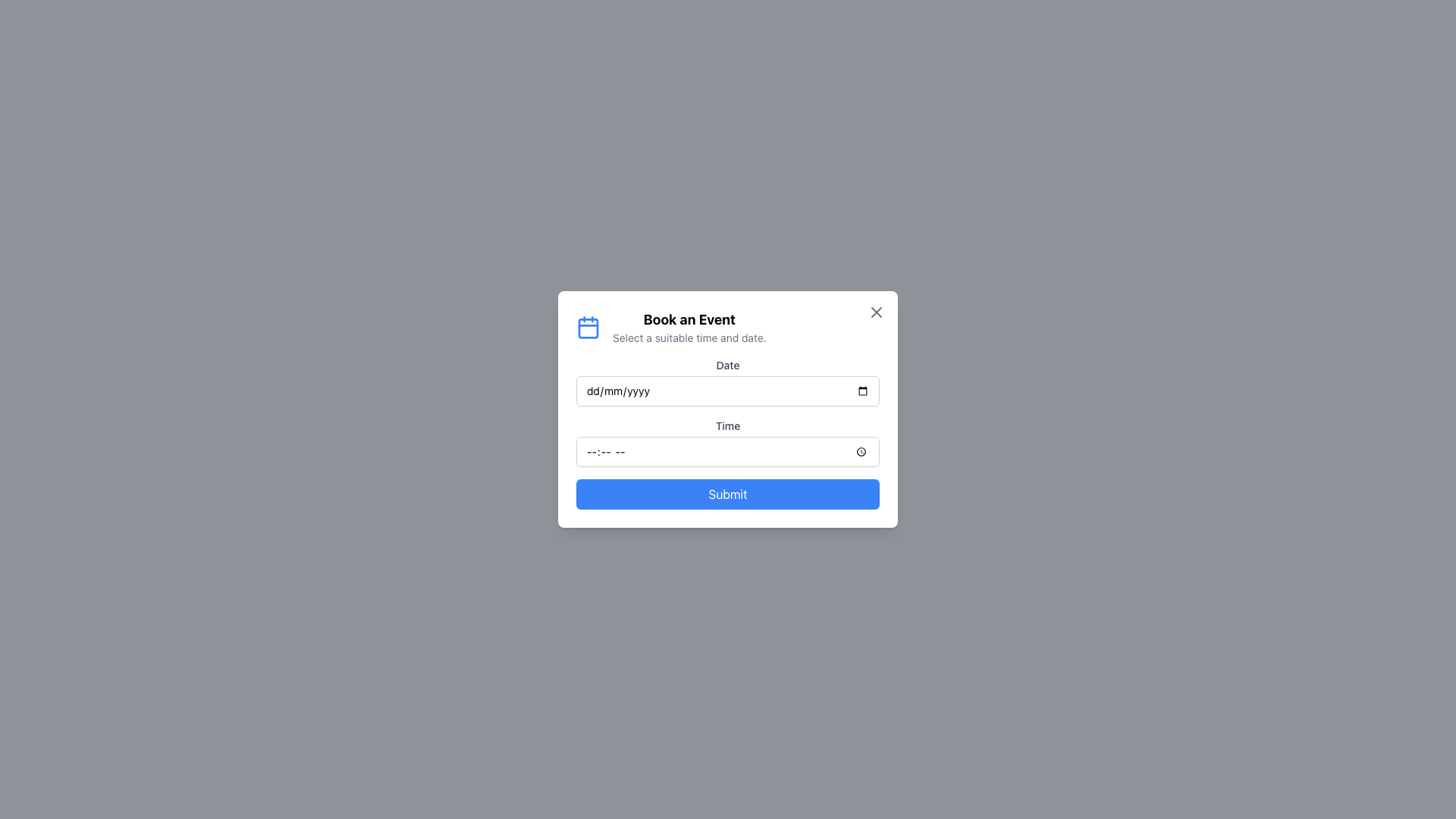  Describe the element at coordinates (728, 426) in the screenshot. I see `the 'Time' label in the 'Book an Event' modal, which identifies the purpose of the time input field below it` at that location.